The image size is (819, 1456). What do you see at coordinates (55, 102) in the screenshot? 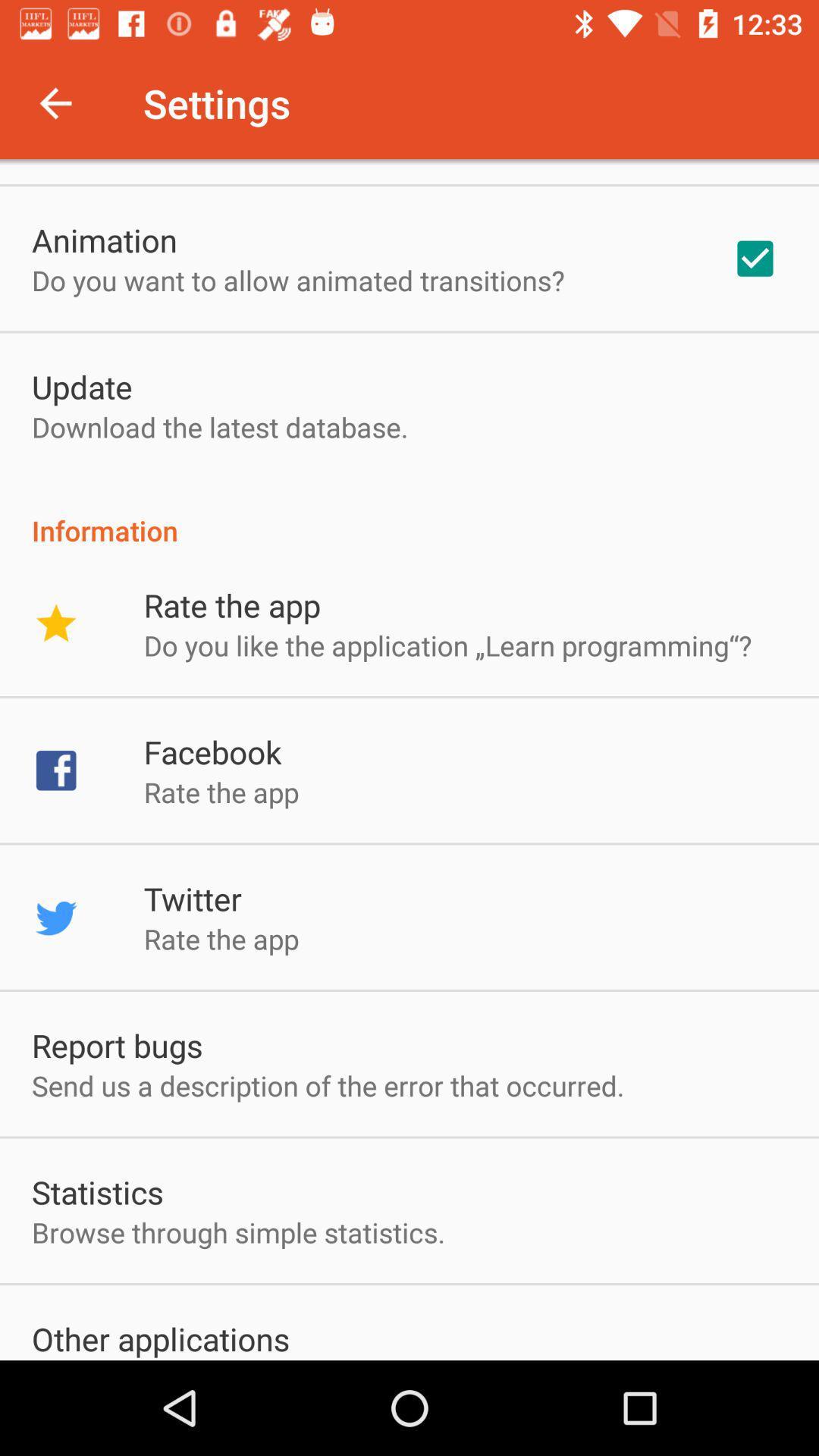
I see `item to the left of the settings app` at bounding box center [55, 102].